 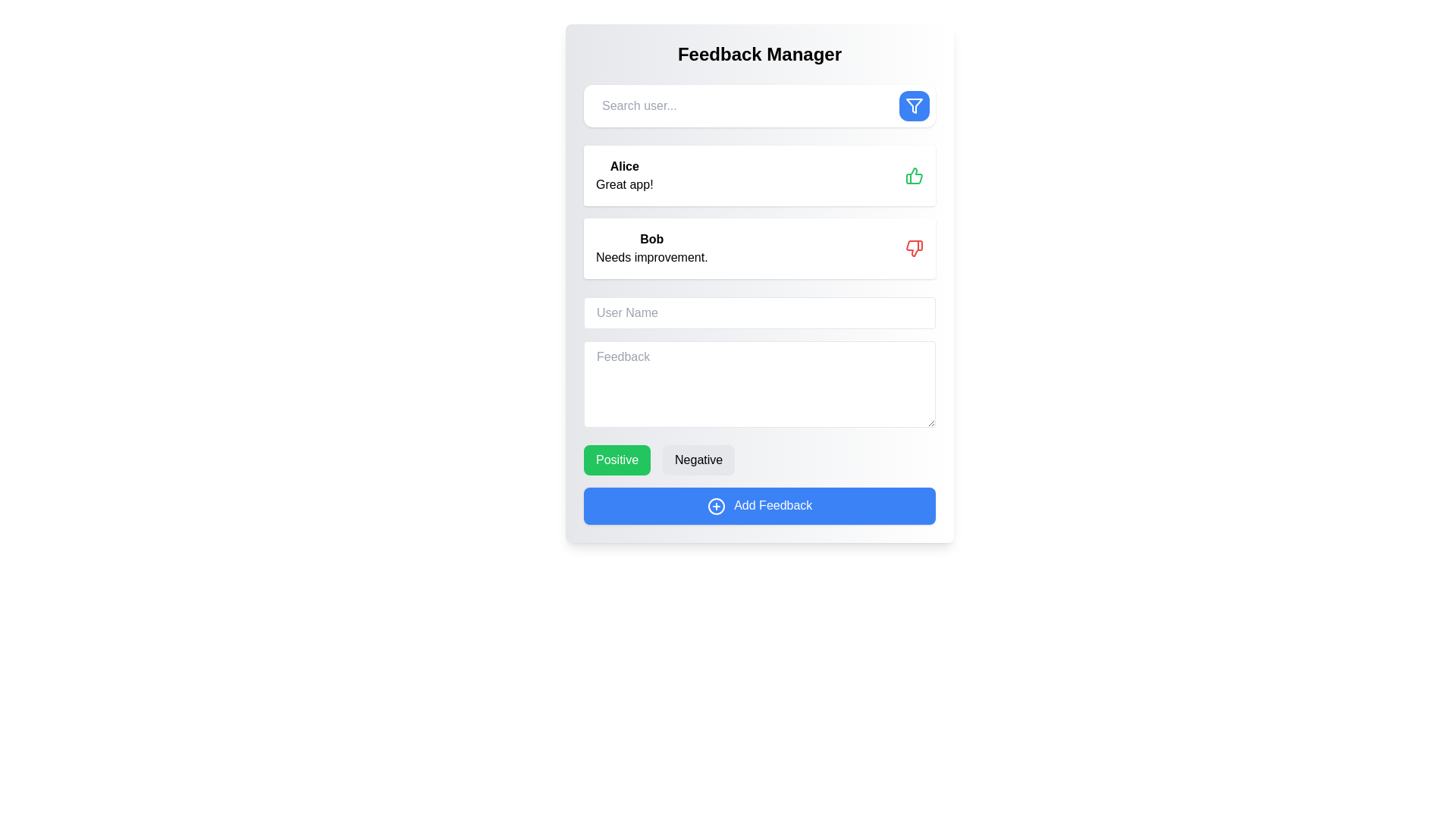 I want to click on the text label indicating the name 'Bob' that is located above the text 'Needs improvement.' in the feedback card, so click(x=651, y=239).